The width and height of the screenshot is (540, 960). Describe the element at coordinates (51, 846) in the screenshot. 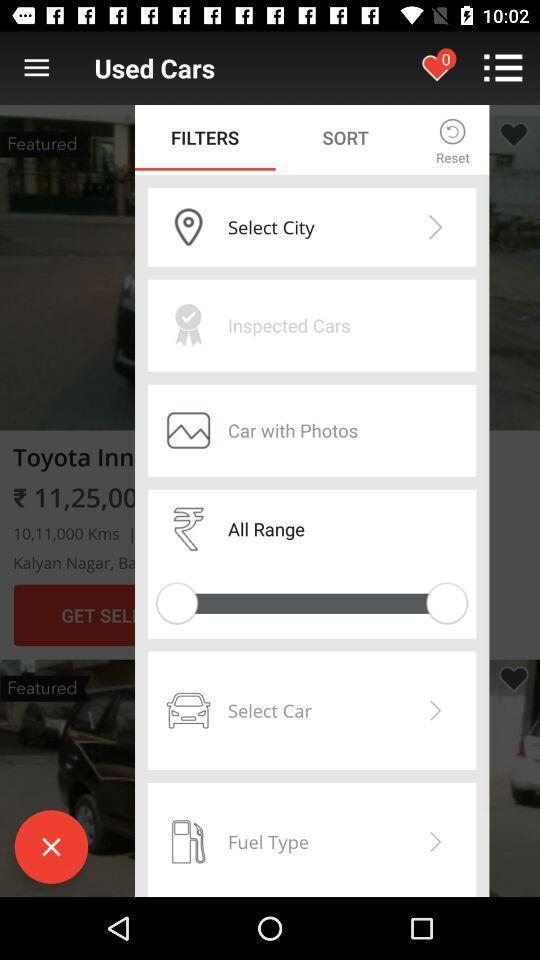

I see `the close icon` at that location.